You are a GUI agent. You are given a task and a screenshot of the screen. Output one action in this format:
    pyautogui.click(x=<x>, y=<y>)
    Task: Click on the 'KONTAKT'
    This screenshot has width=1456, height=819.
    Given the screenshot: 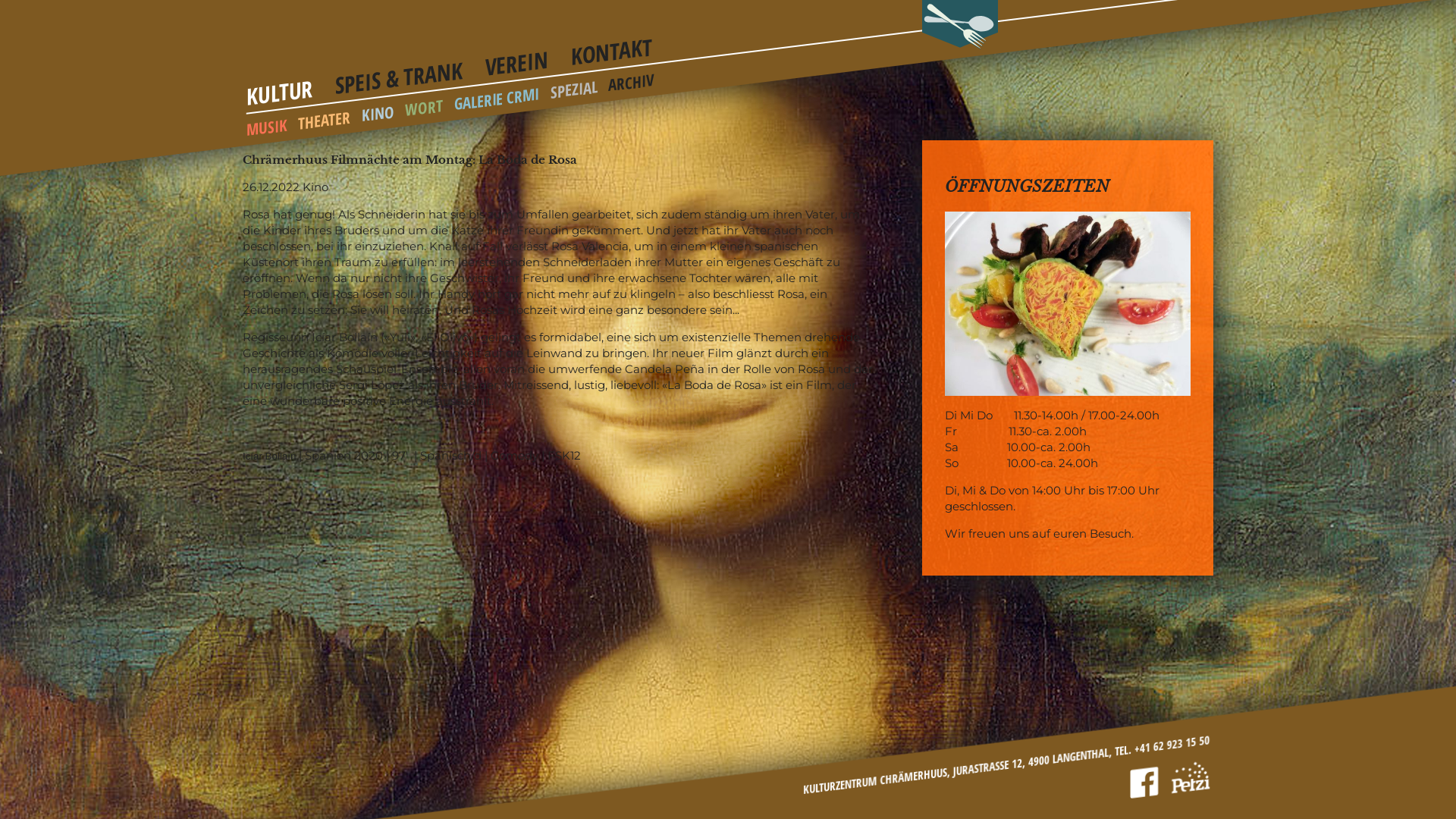 What is the action you would take?
    pyautogui.click(x=611, y=45)
    